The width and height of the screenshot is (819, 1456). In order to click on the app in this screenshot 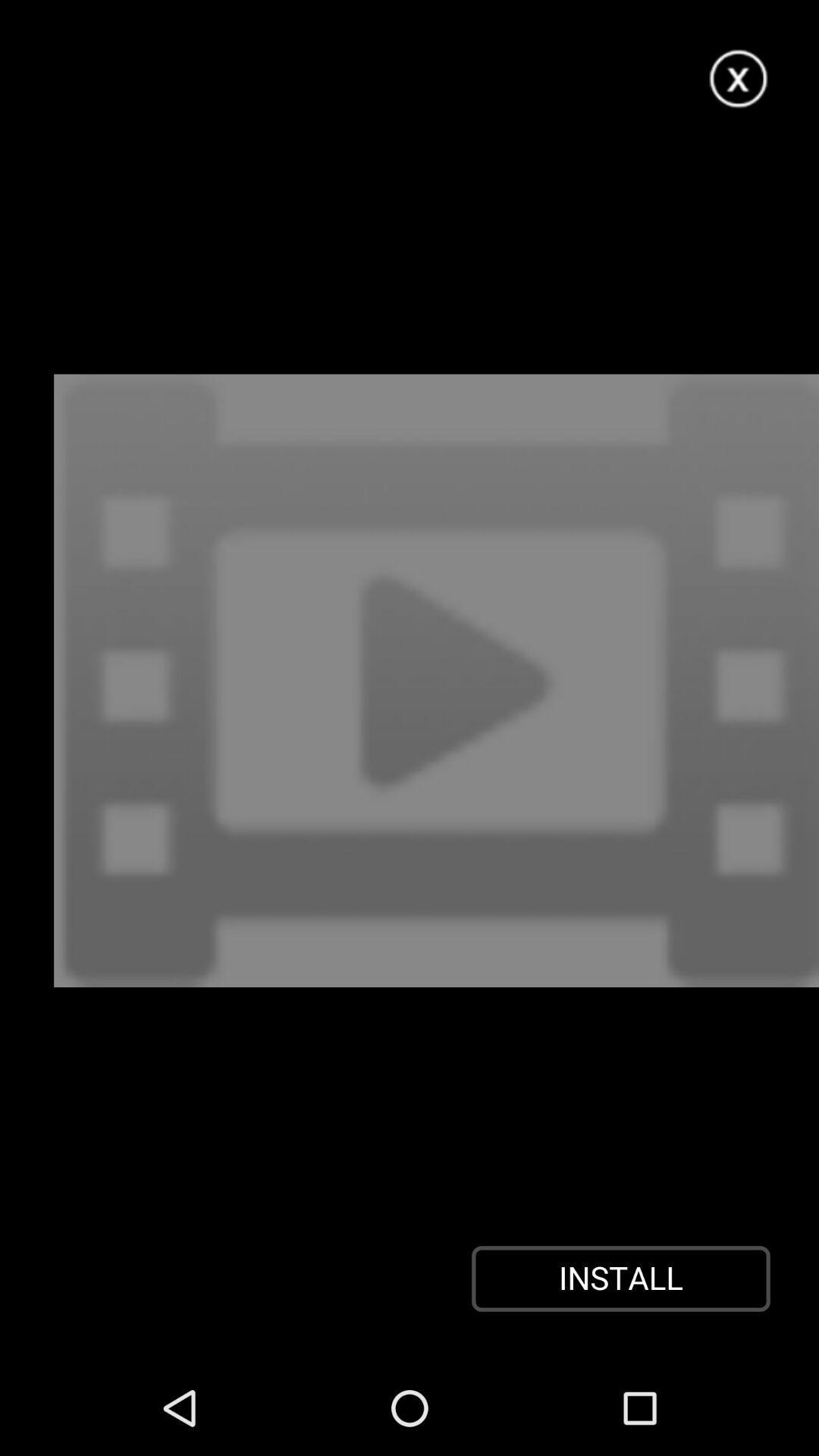, I will do `click(739, 79)`.